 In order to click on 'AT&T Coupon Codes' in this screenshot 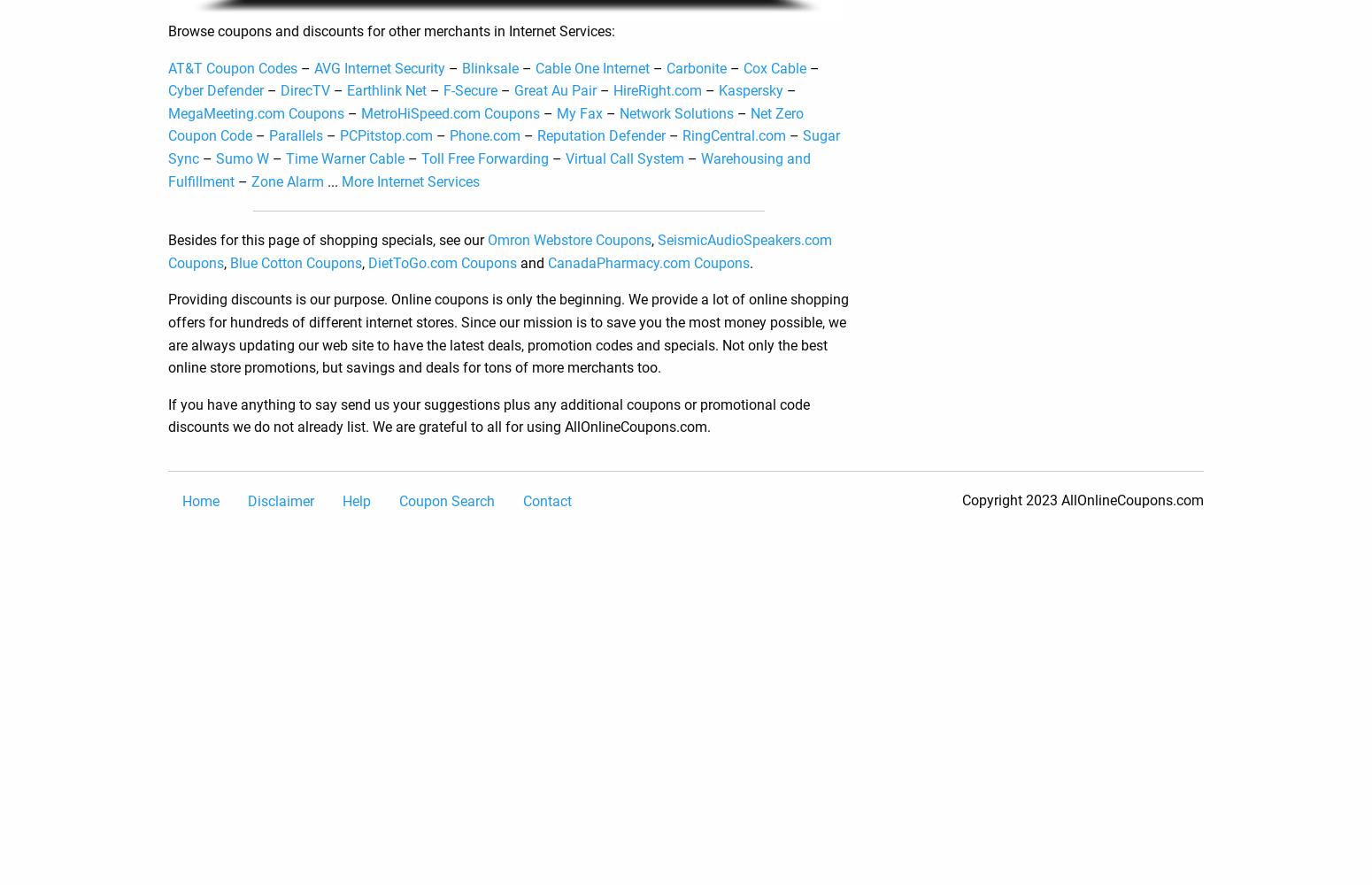, I will do `click(233, 66)`.